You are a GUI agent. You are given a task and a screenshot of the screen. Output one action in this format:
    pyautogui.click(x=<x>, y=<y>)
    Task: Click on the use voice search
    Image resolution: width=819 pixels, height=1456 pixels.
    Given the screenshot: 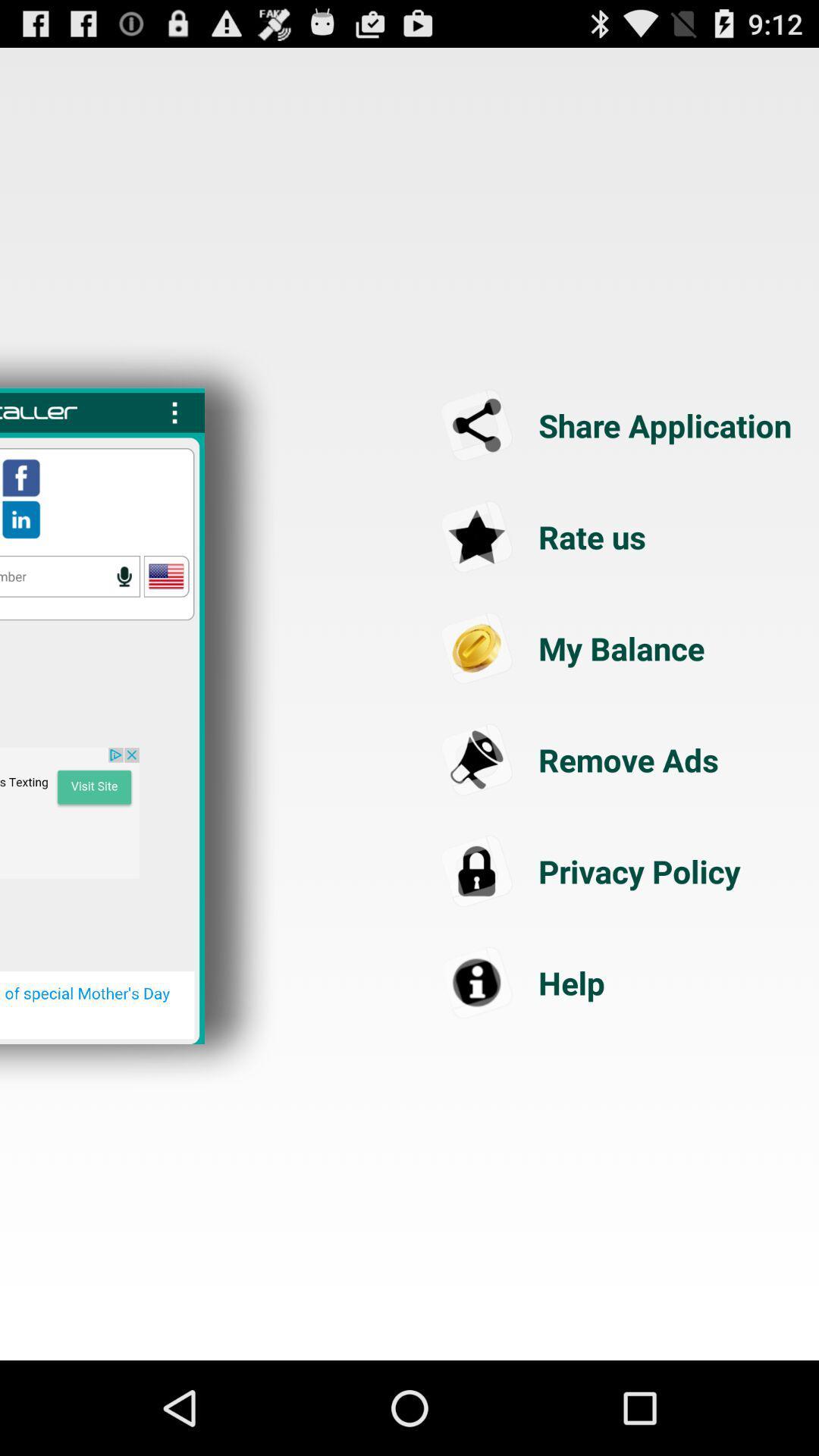 What is the action you would take?
    pyautogui.click(x=70, y=576)
    